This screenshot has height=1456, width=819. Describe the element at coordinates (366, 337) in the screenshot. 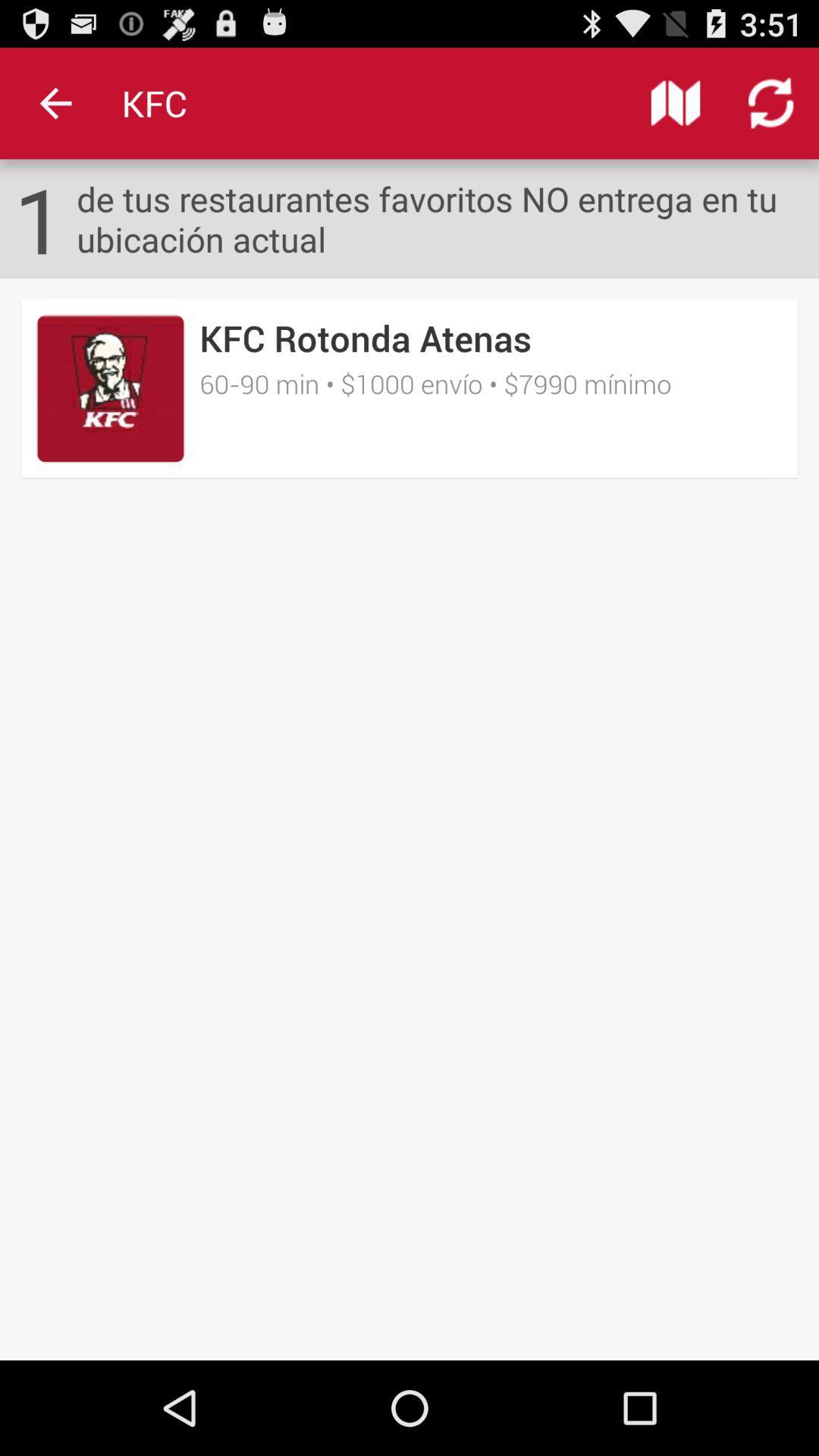

I see `kfc rotonda atenas icon` at that location.